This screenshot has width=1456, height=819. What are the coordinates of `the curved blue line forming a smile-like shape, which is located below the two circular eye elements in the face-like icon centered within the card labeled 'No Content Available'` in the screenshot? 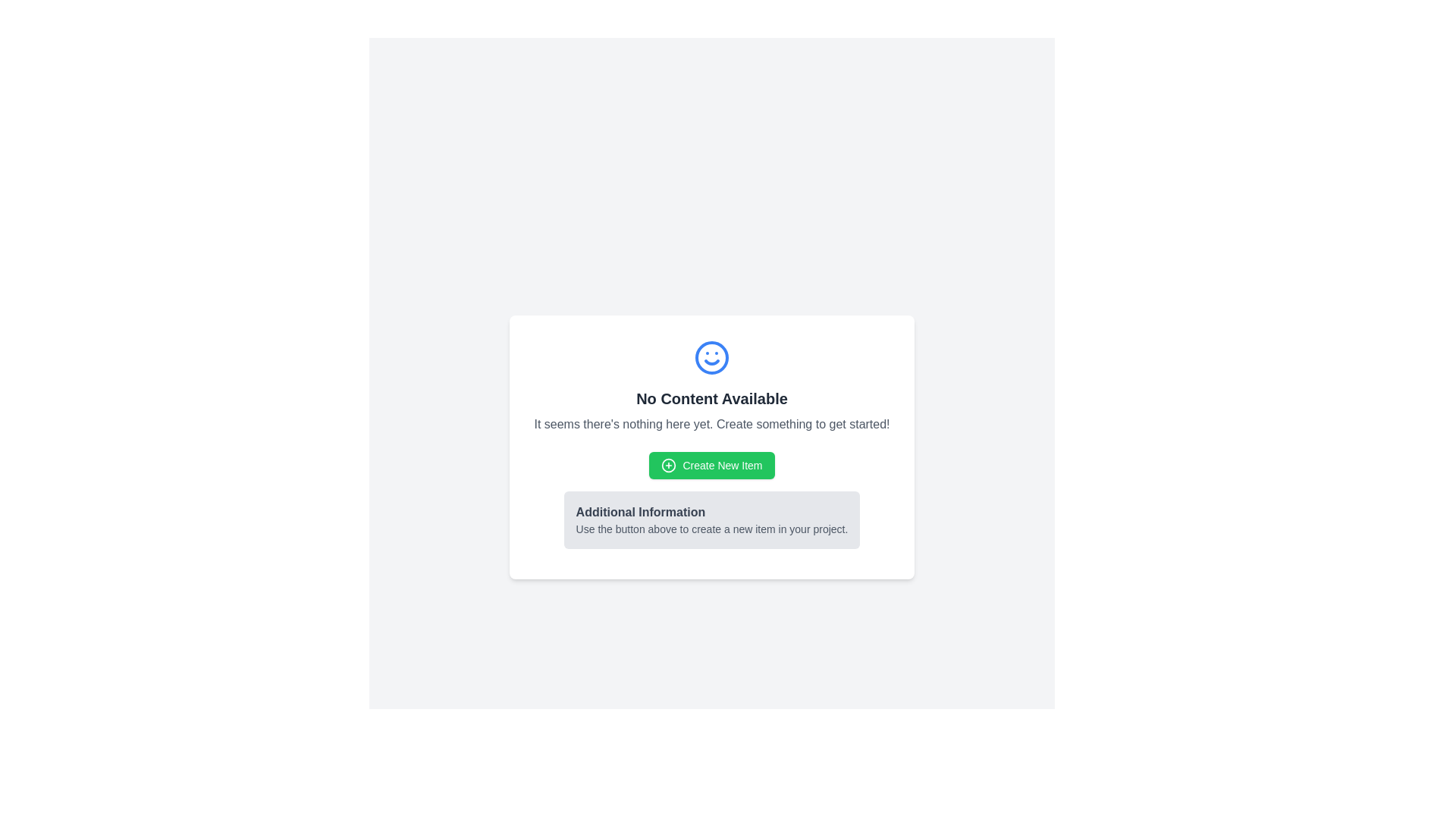 It's located at (711, 362).